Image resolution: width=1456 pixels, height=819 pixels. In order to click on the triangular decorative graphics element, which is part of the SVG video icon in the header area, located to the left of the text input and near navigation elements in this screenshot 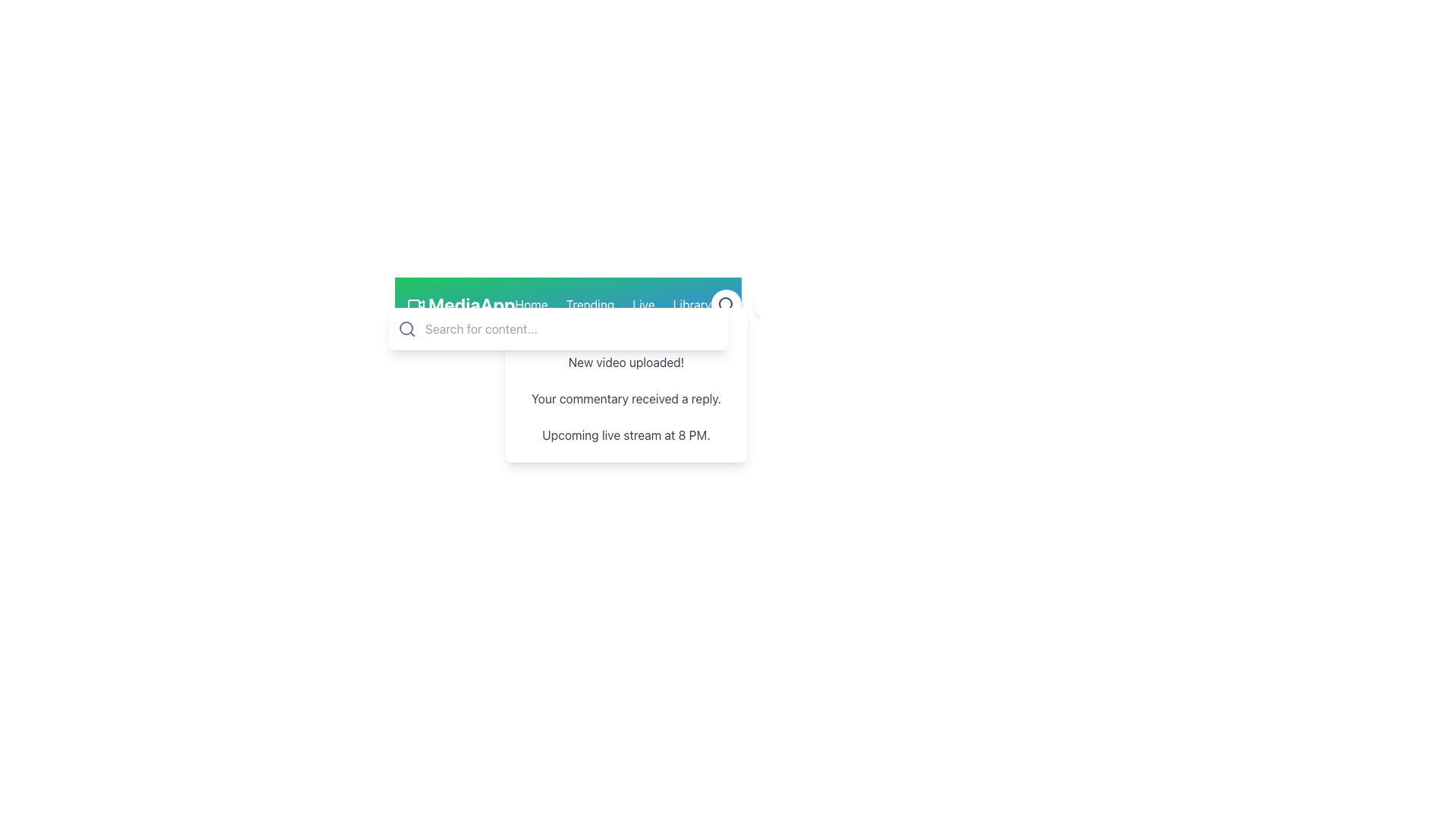, I will do `click(422, 304)`.